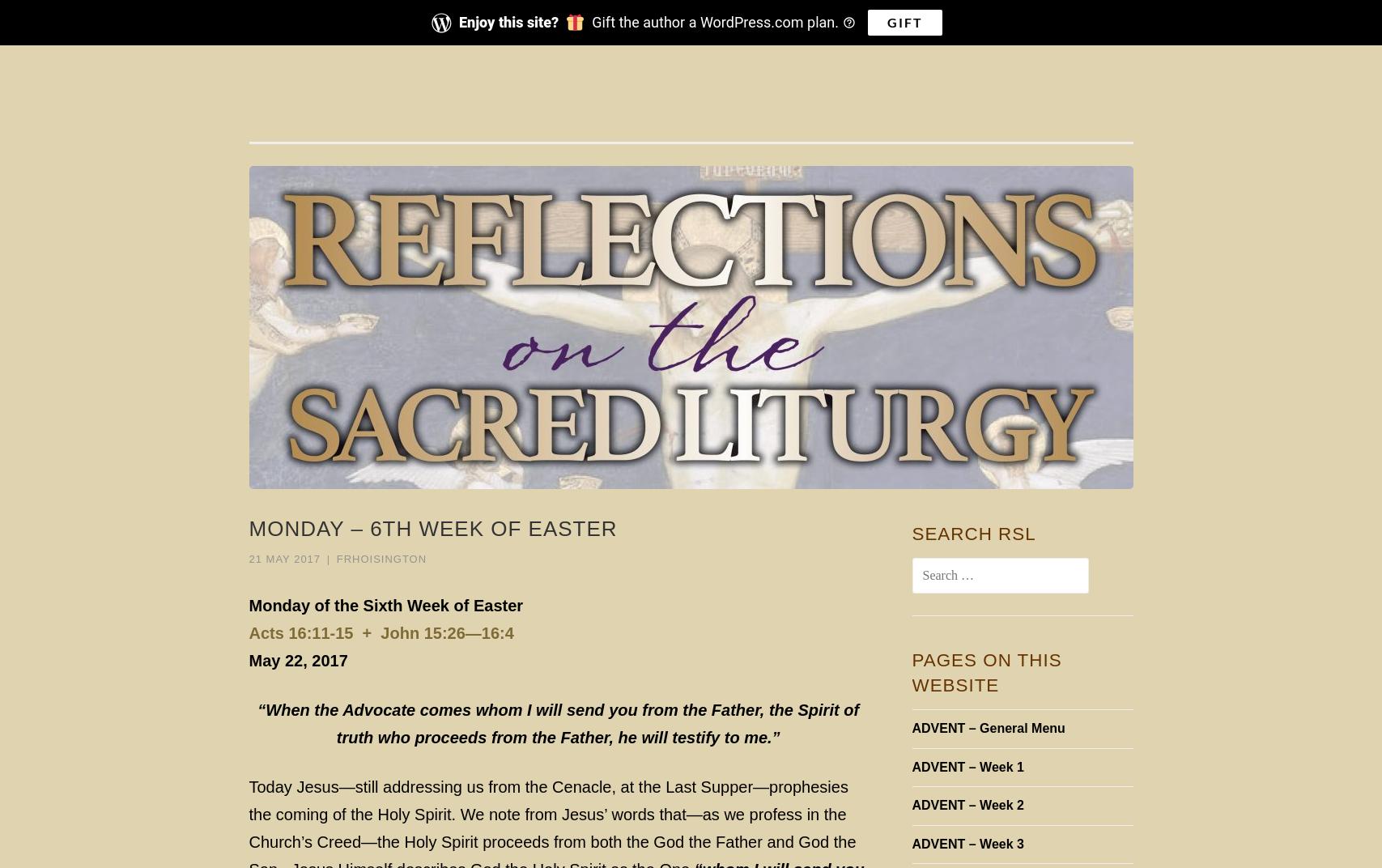  I want to click on 'frhoisington', so click(335, 557).